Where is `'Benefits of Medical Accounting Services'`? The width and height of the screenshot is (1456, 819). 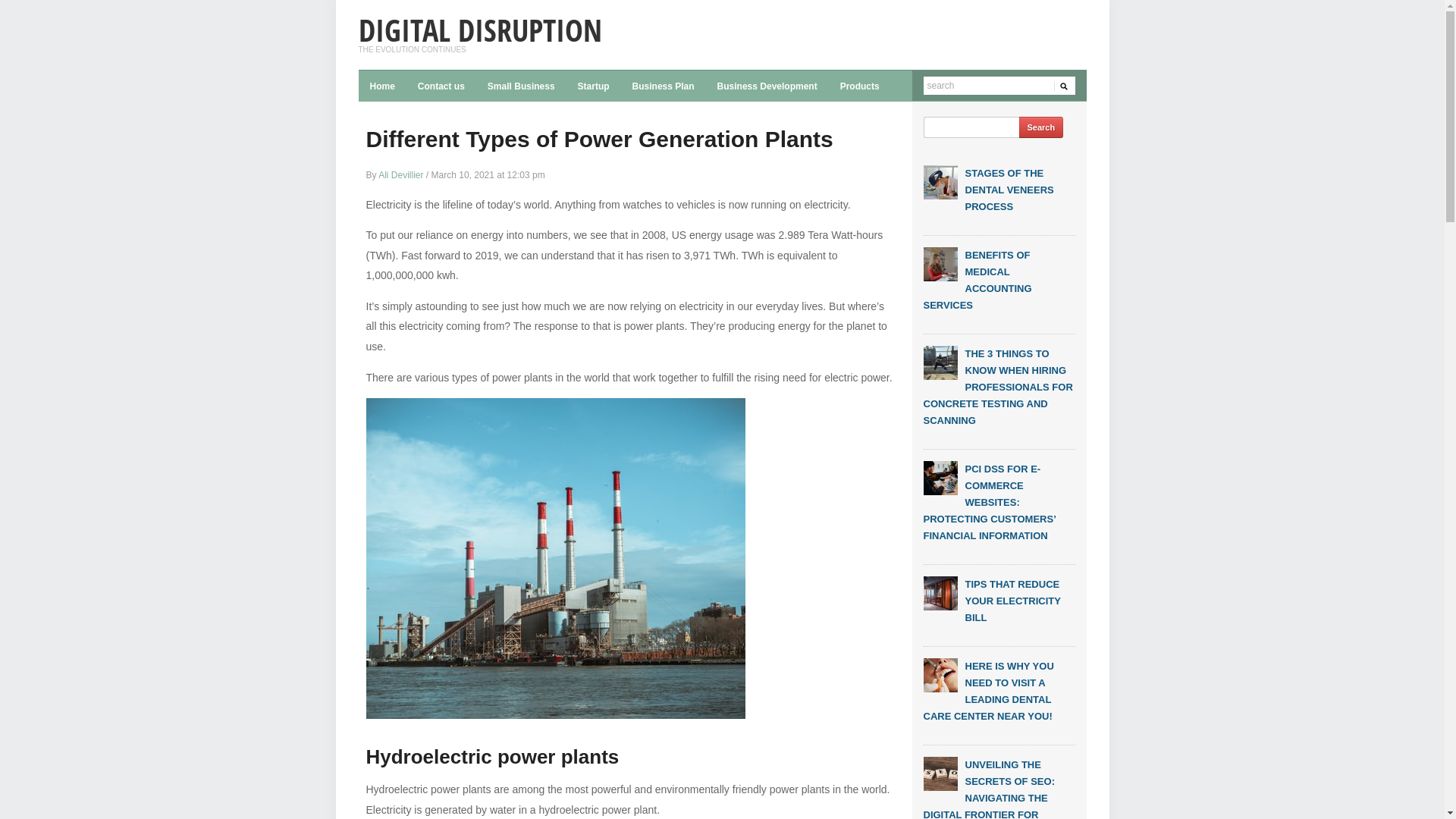 'Benefits of Medical Accounting Services' is located at coordinates (940, 262).